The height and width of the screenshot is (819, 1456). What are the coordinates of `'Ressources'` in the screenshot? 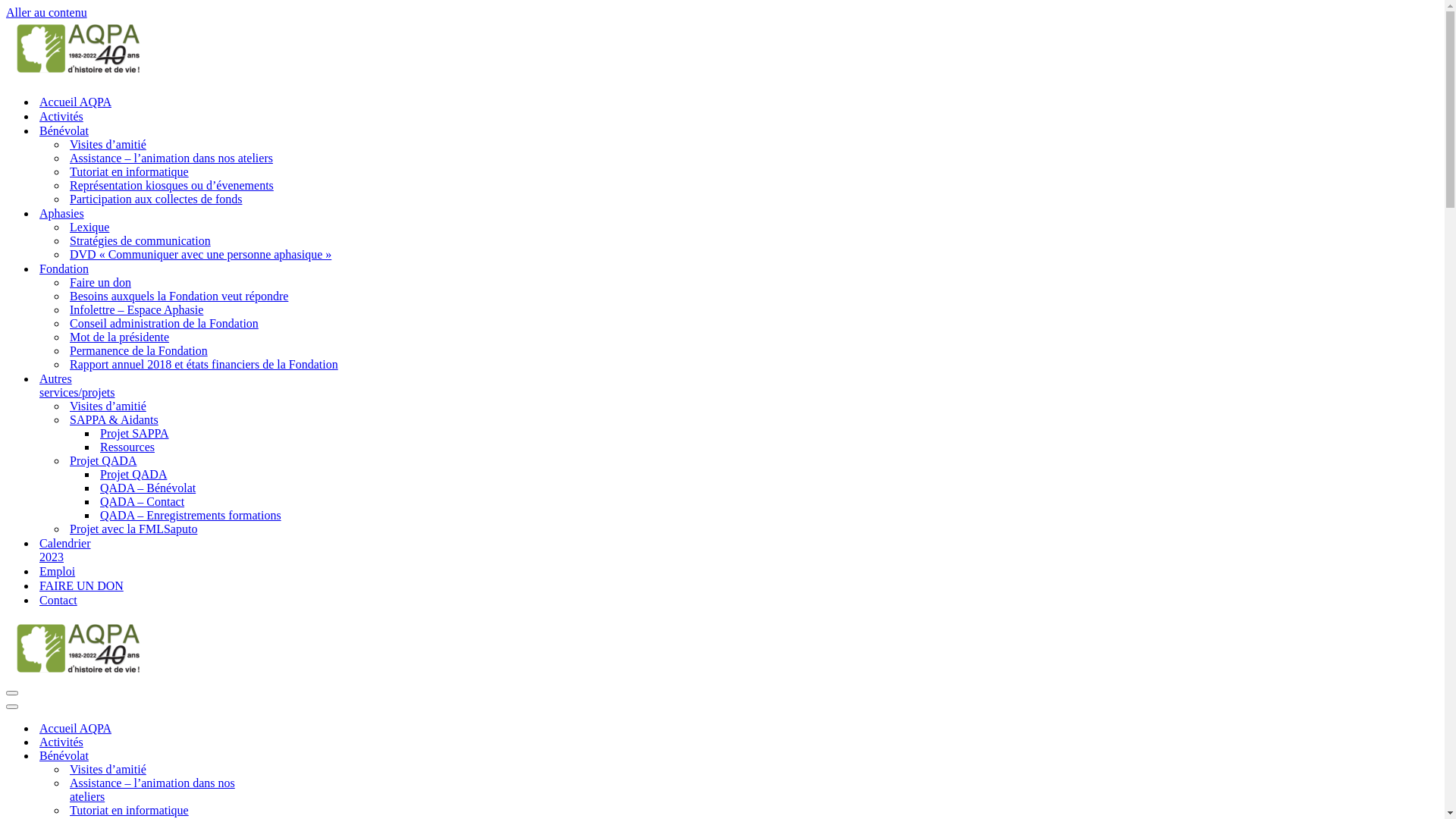 It's located at (127, 447).